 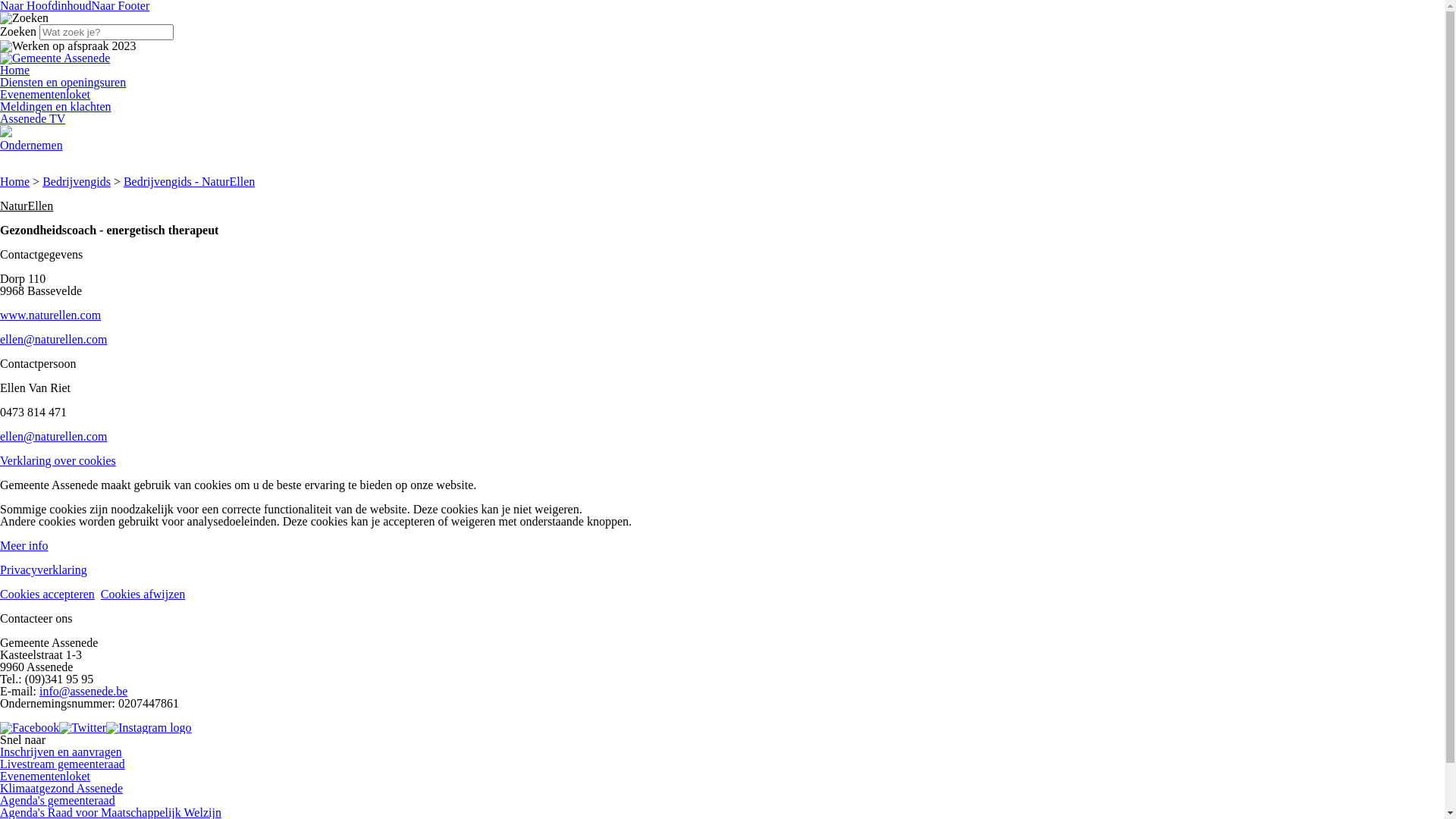 What do you see at coordinates (0, 726) in the screenshot?
I see `'Facebook'` at bounding box center [0, 726].